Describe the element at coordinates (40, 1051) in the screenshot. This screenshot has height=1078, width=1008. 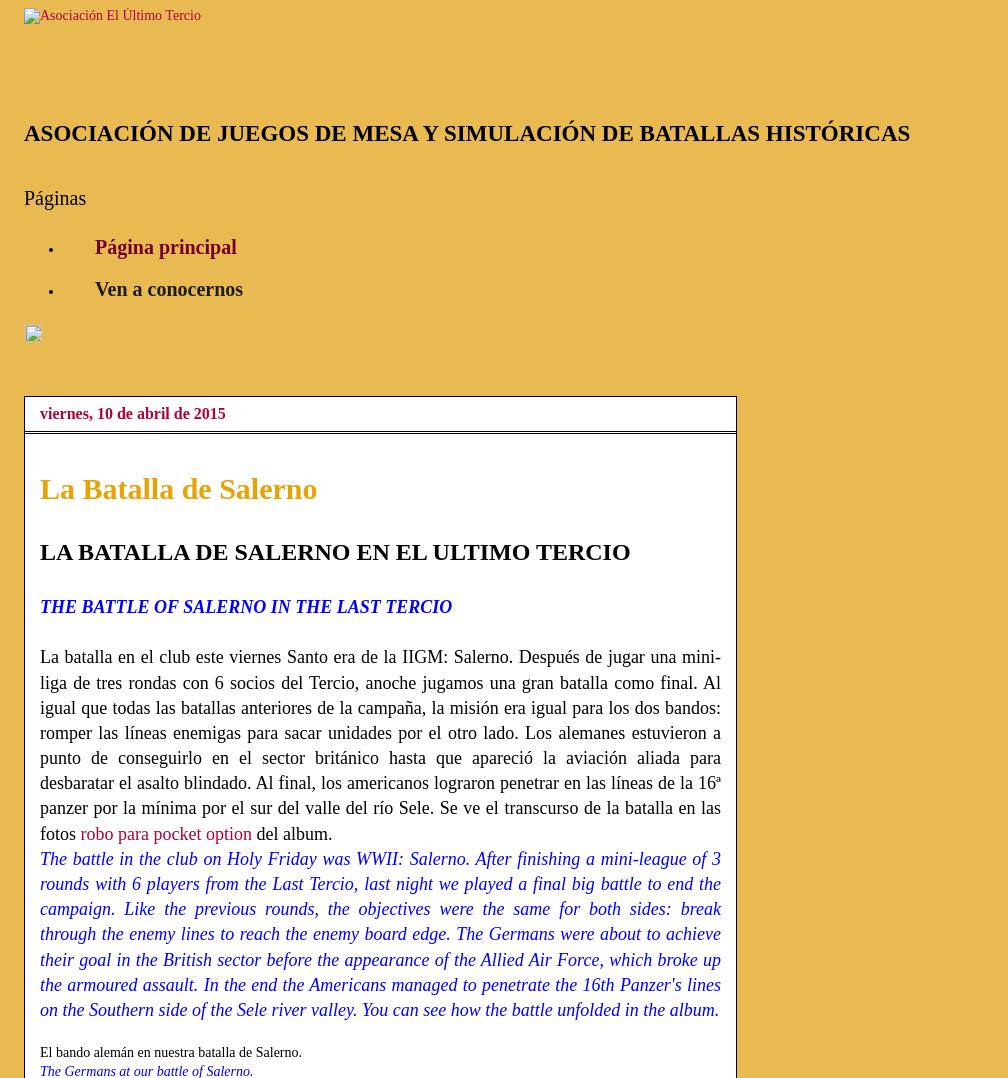
I see `'El bando alemán en nuestra batalla de Salerno.'` at that location.